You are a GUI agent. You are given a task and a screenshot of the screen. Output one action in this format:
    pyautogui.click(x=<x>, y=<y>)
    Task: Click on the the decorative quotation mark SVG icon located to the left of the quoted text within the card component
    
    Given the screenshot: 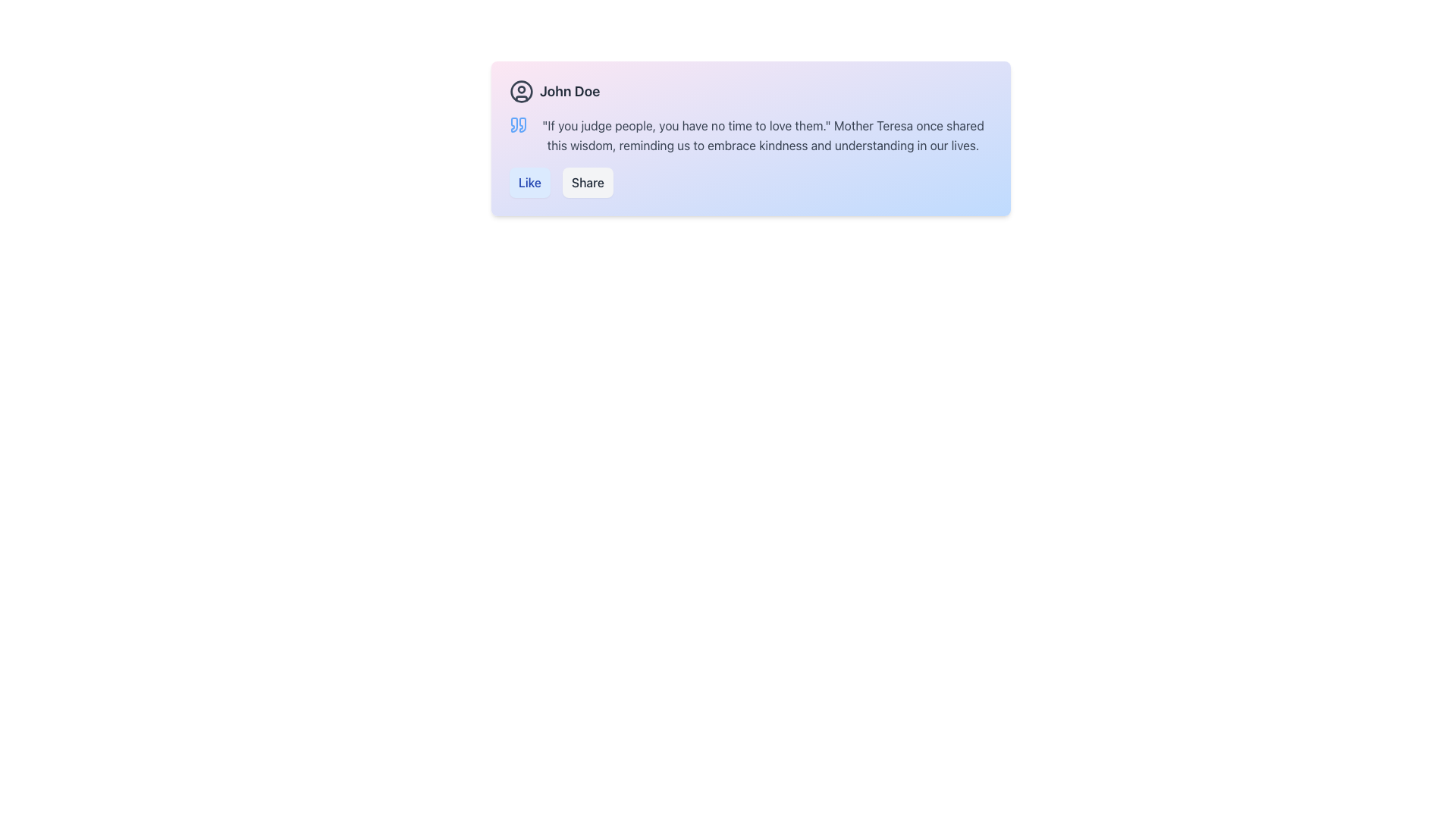 What is the action you would take?
    pyautogui.click(x=519, y=124)
    